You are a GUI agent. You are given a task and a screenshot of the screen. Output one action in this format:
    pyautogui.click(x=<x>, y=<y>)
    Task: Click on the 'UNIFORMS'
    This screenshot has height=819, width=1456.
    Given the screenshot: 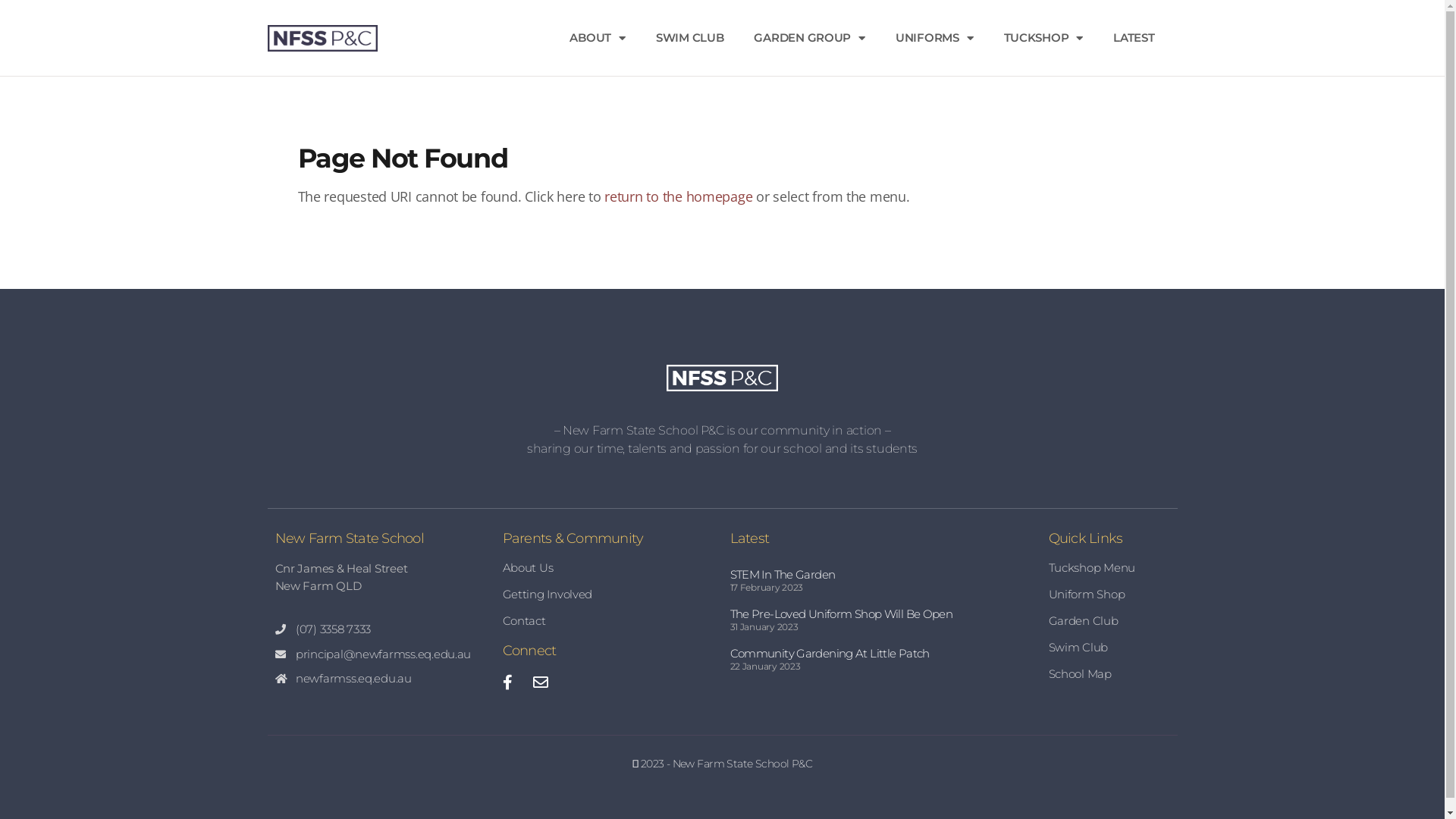 What is the action you would take?
    pyautogui.click(x=934, y=37)
    